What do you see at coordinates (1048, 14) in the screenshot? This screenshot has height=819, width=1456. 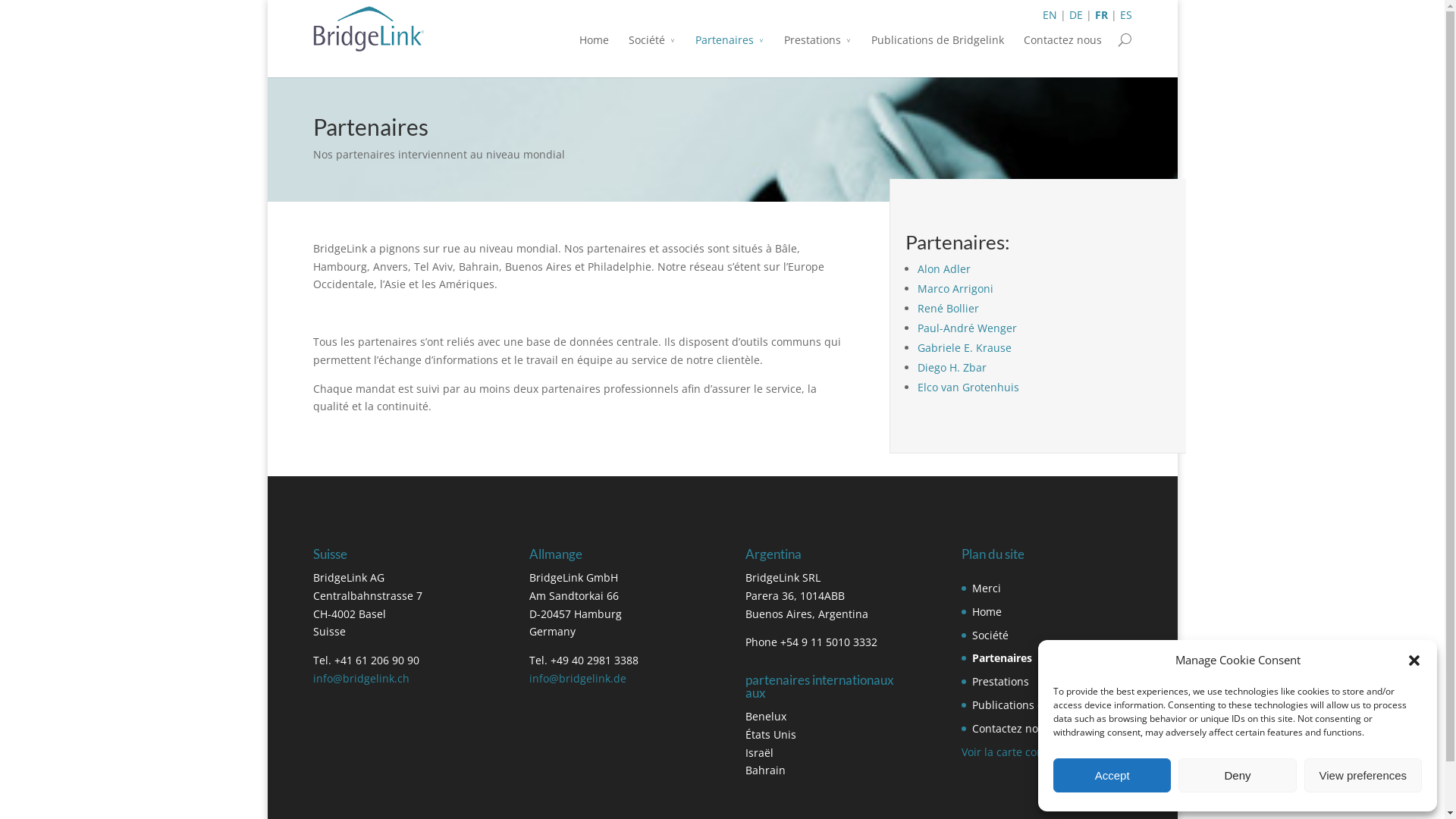 I see `'EN'` at bounding box center [1048, 14].